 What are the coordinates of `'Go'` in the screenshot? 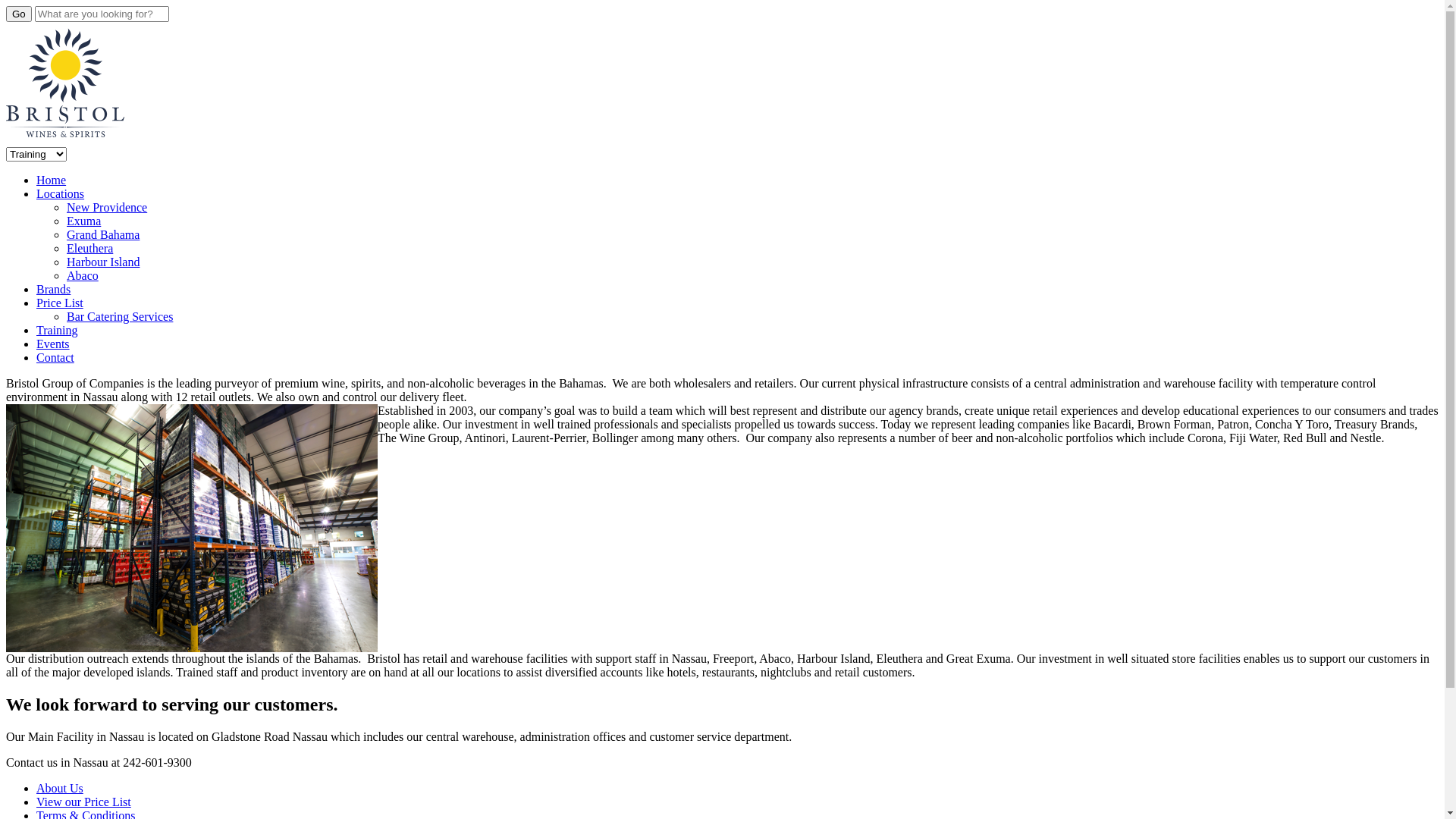 It's located at (18, 14).